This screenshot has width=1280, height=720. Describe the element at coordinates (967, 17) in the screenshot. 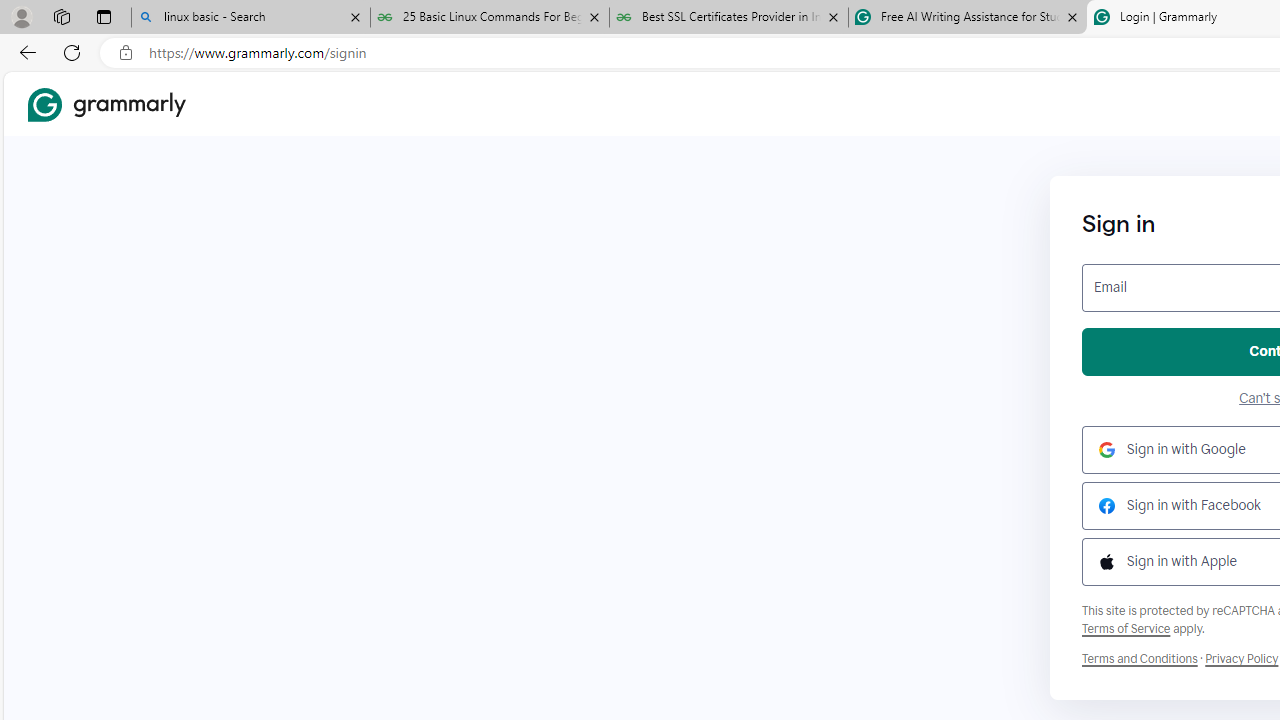

I see `'Free AI Writing Assistance for Students | Grammarly'` at that location.